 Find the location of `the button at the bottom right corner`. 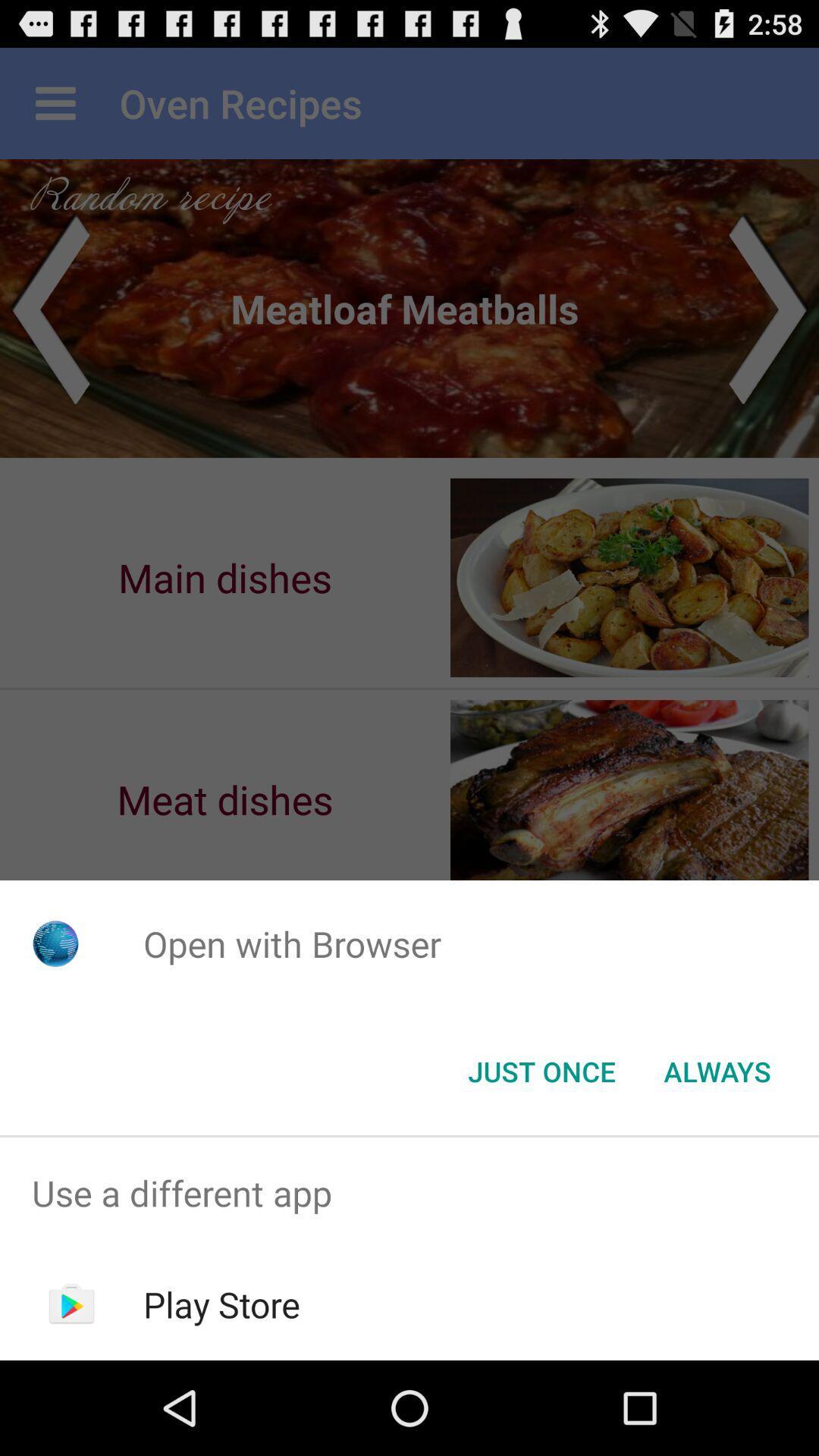

the button at the bottom right corner is located at coordinates (717, 1070).